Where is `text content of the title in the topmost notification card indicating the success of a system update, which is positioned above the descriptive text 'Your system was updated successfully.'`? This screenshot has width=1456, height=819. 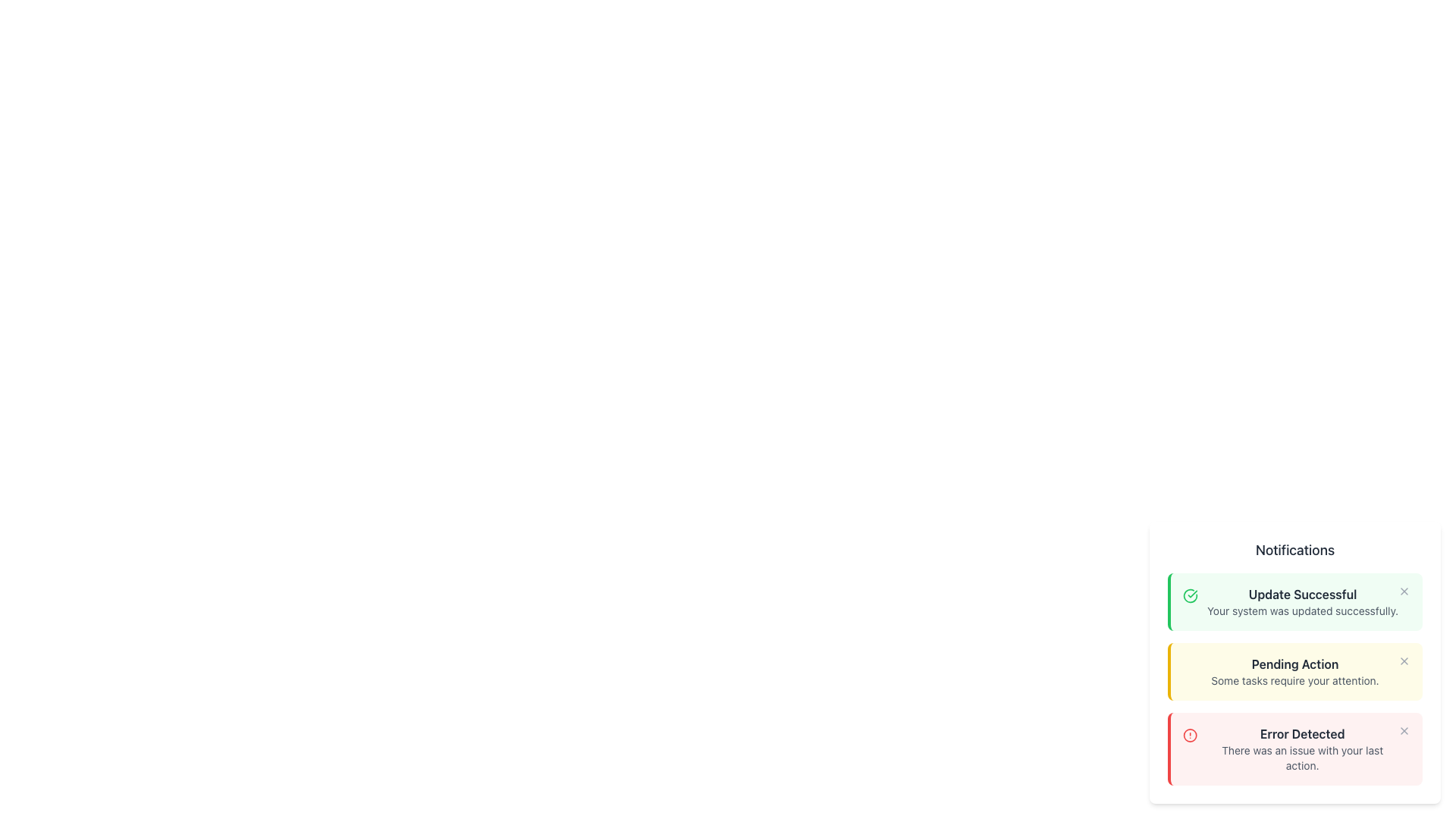
text content of the title in the topmost notification card indicating the success of a system update, which is positioned above the descriptive text 'Your system was updated successfully.' is located at coordinates (1302, 593).